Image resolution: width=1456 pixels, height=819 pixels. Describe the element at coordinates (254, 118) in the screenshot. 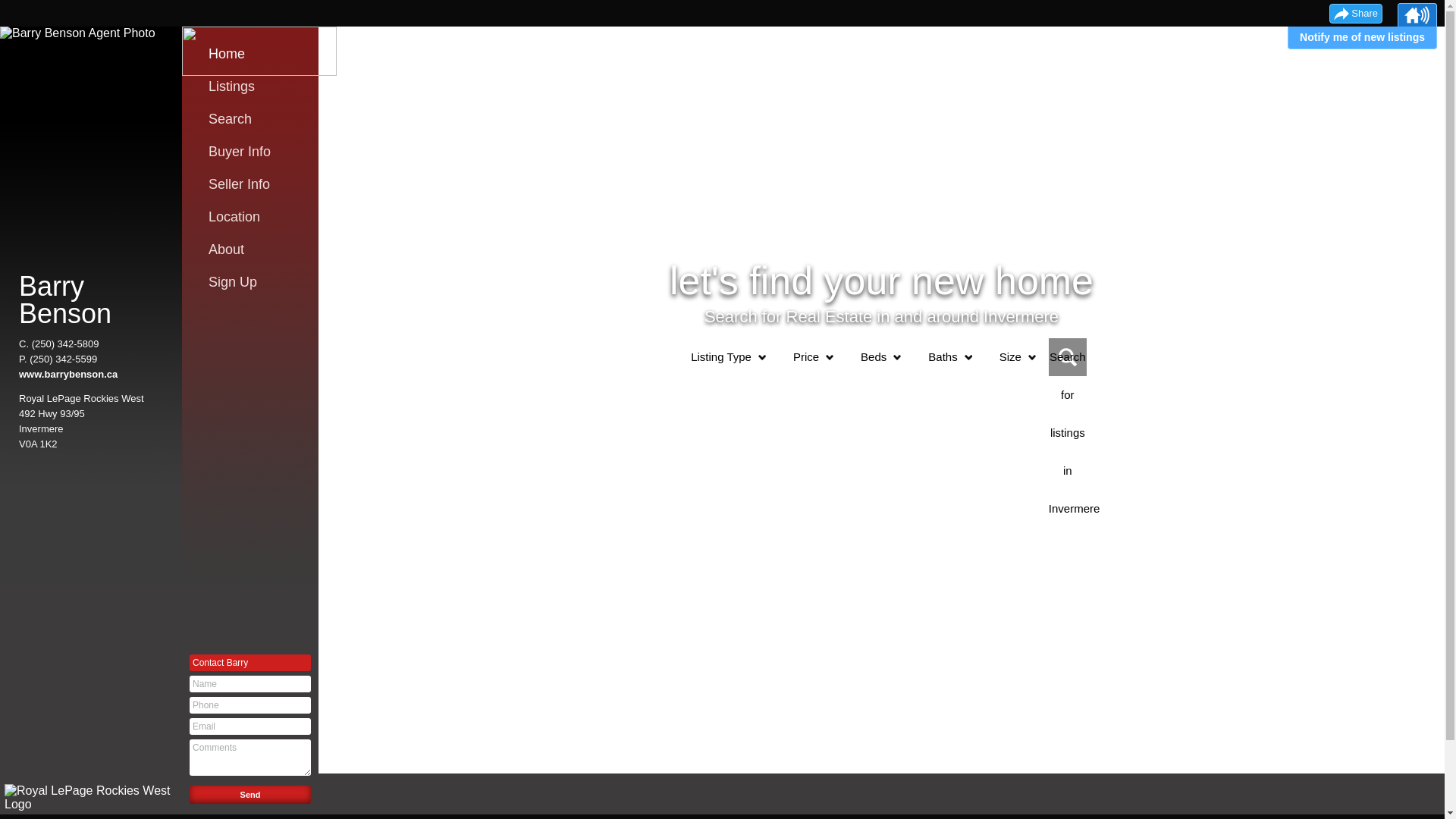

I see `'Search'` at that location.